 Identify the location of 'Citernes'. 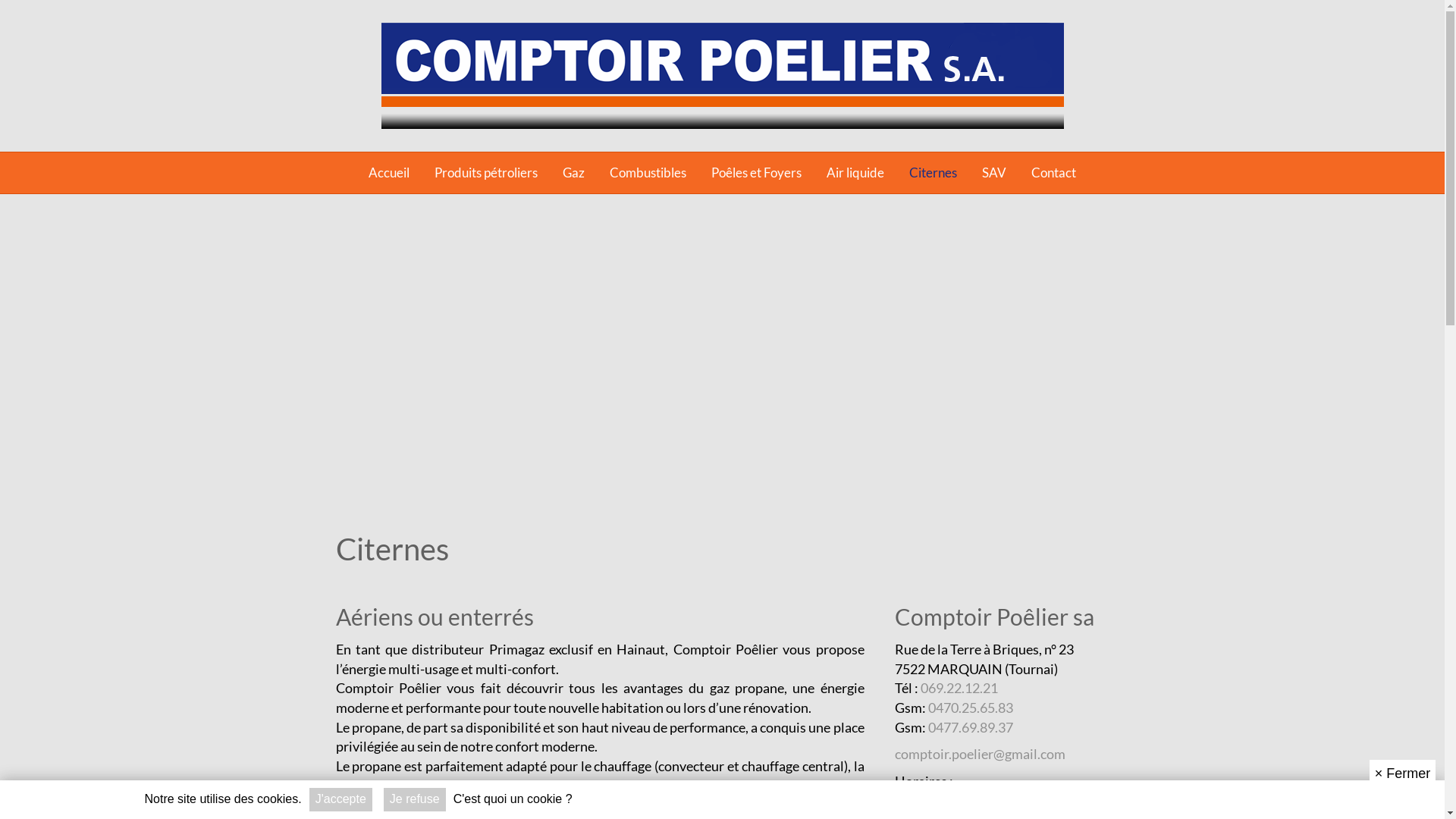
(932, 171).